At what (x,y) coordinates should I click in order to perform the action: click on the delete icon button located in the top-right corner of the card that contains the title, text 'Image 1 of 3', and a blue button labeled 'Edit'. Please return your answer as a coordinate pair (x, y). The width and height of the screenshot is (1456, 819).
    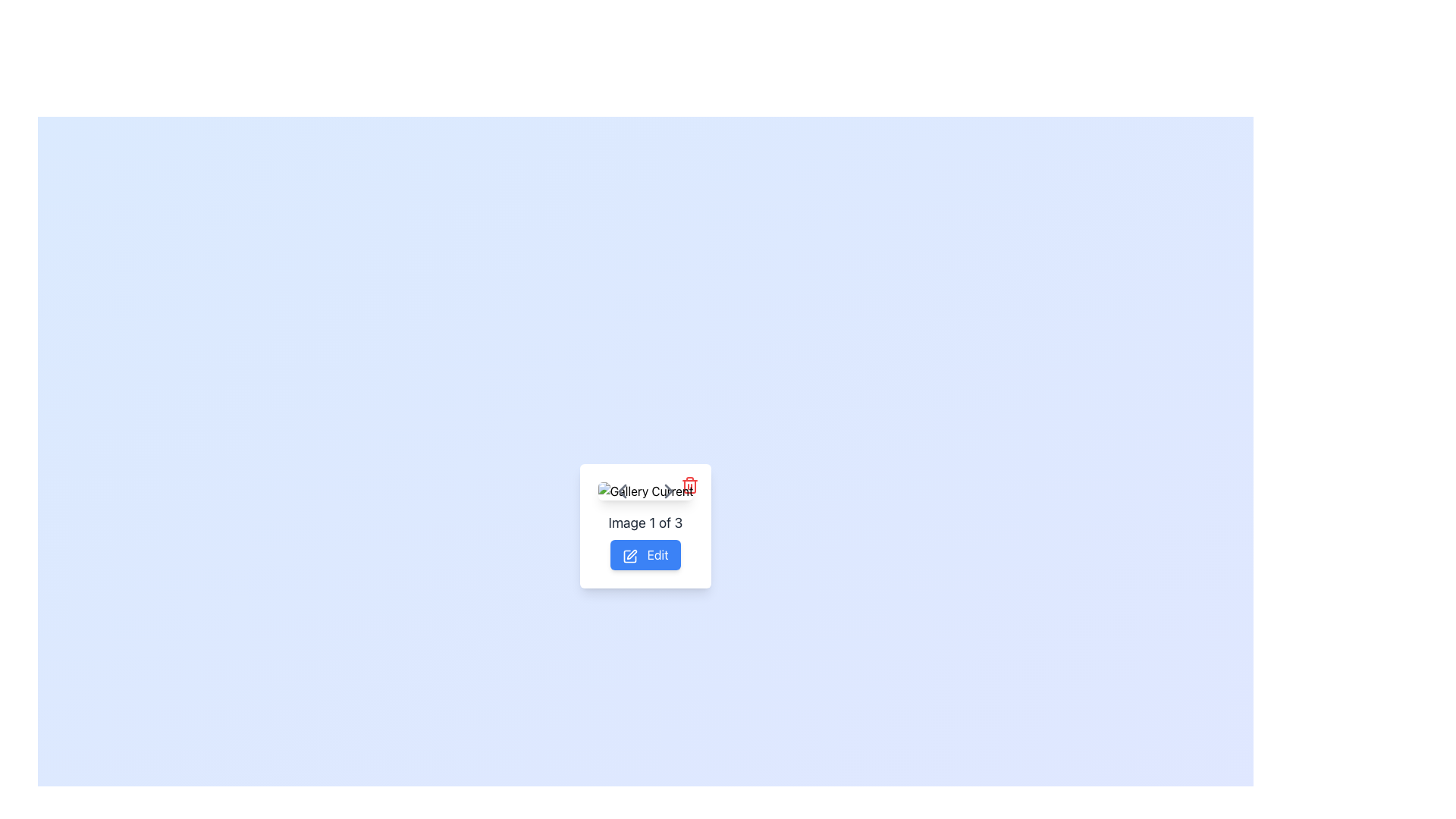
    Looking at the image, I should click on (689, 485).